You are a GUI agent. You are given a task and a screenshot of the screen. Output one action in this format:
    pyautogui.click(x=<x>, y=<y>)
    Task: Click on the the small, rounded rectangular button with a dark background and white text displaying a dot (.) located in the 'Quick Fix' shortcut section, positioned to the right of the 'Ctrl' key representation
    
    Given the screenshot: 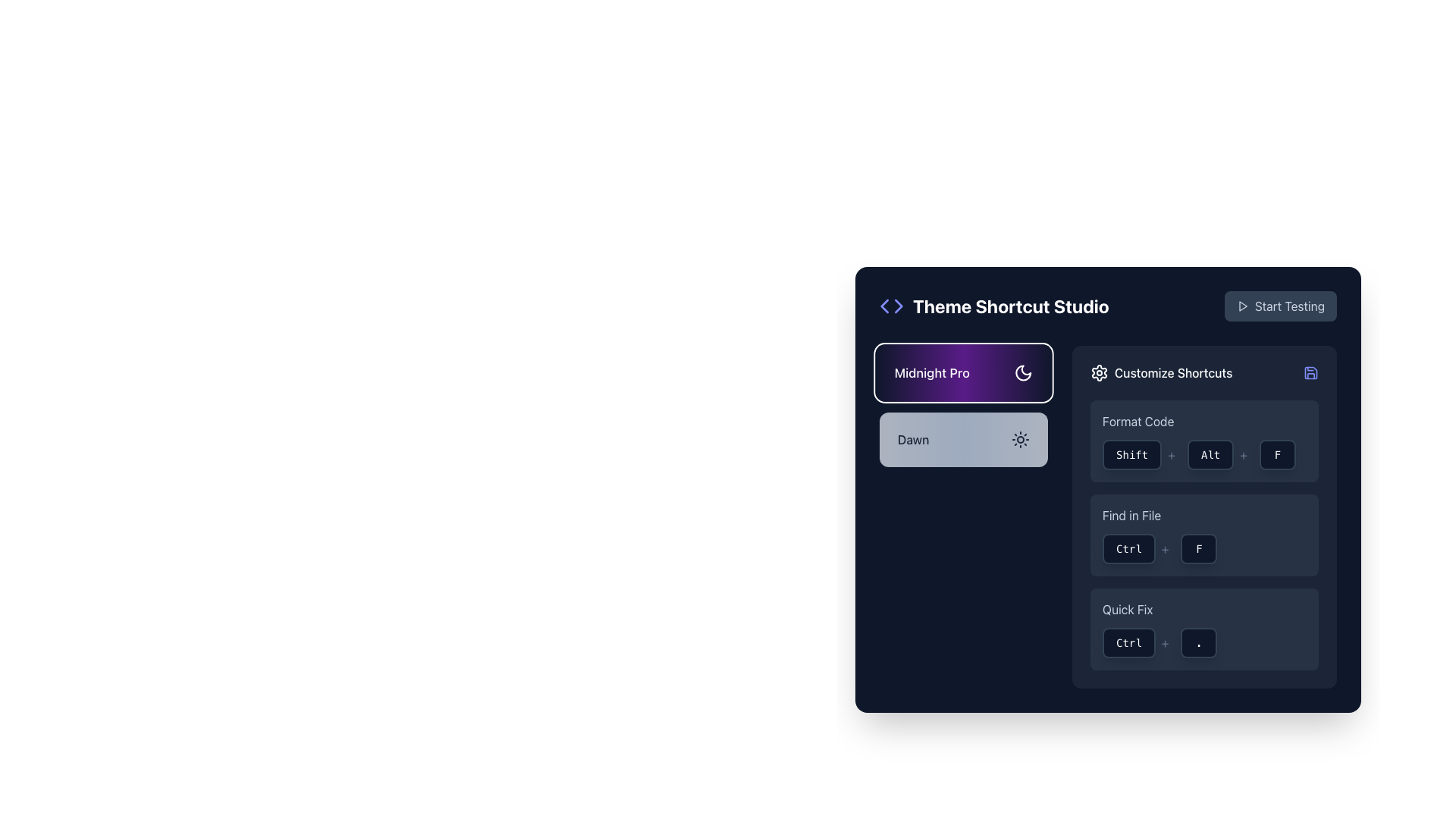 What is the action you would take?
    pyautogui.click(x=1198, y=643)
    